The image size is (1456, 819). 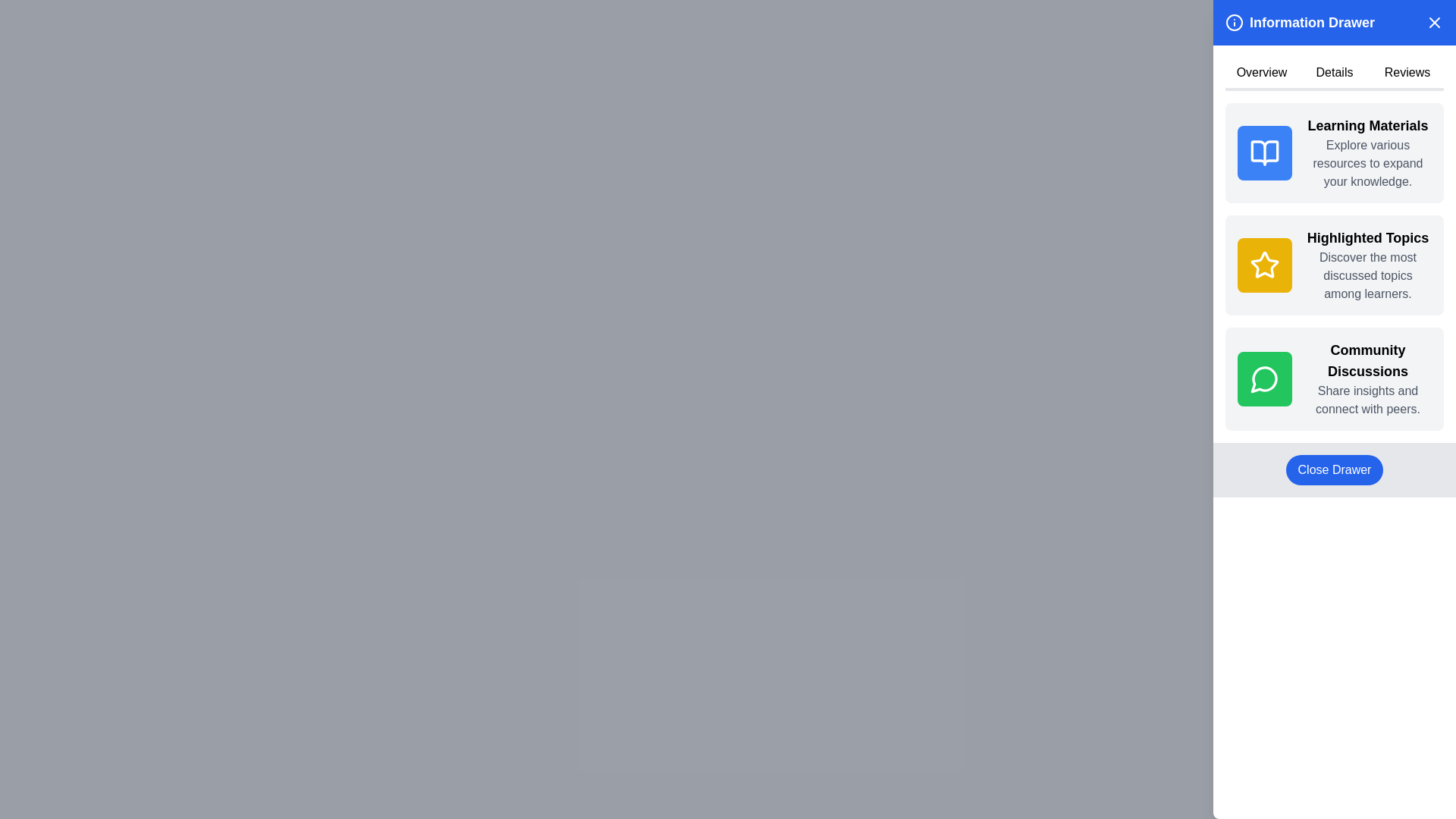 What do you see at coordinates (1407, 74) in the screenshot?
I see `the 'Reviews' tab in the navigation bar` at bounding box center [1407, 74].